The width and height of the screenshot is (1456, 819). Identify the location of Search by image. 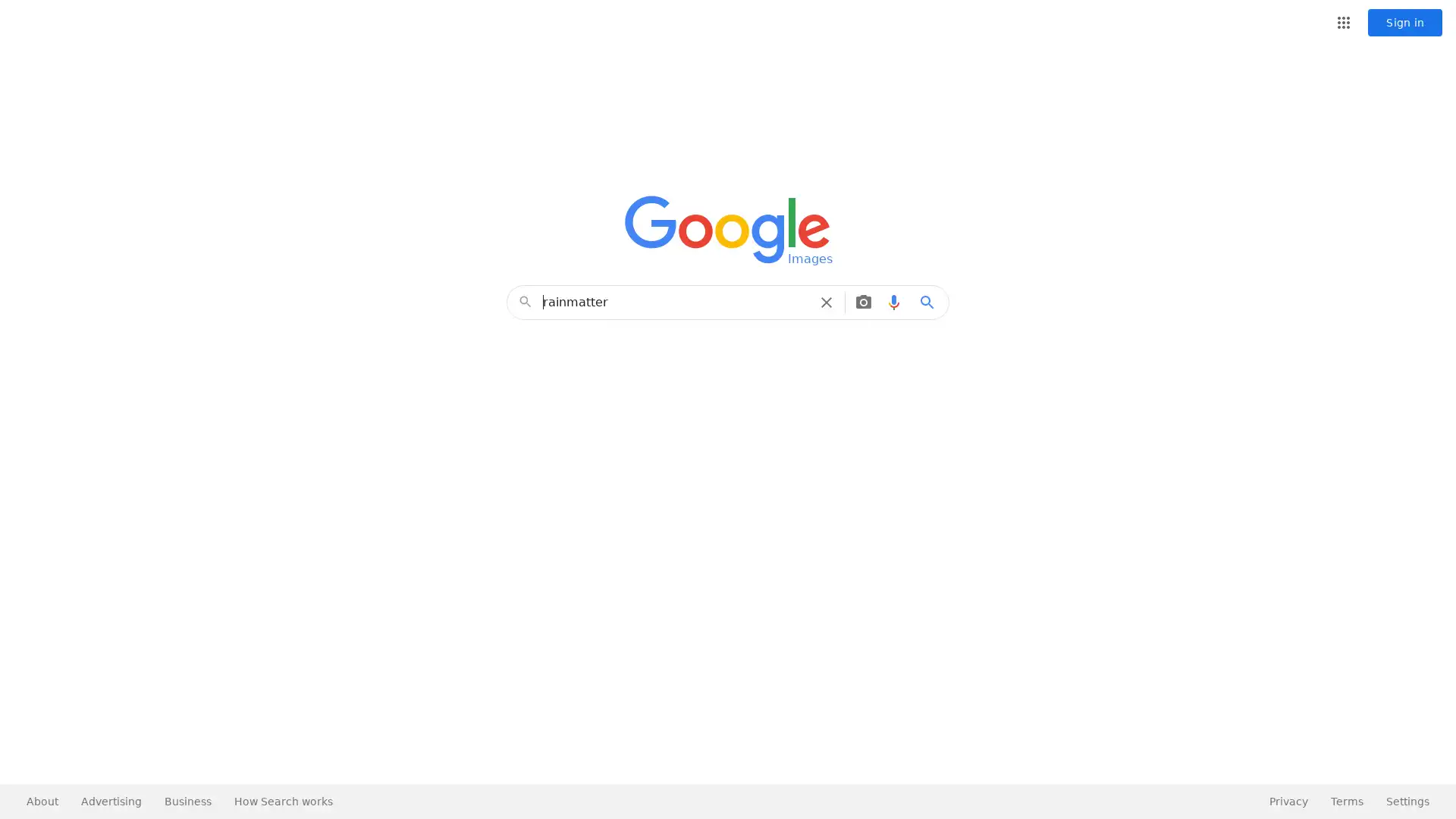
(863, 302).